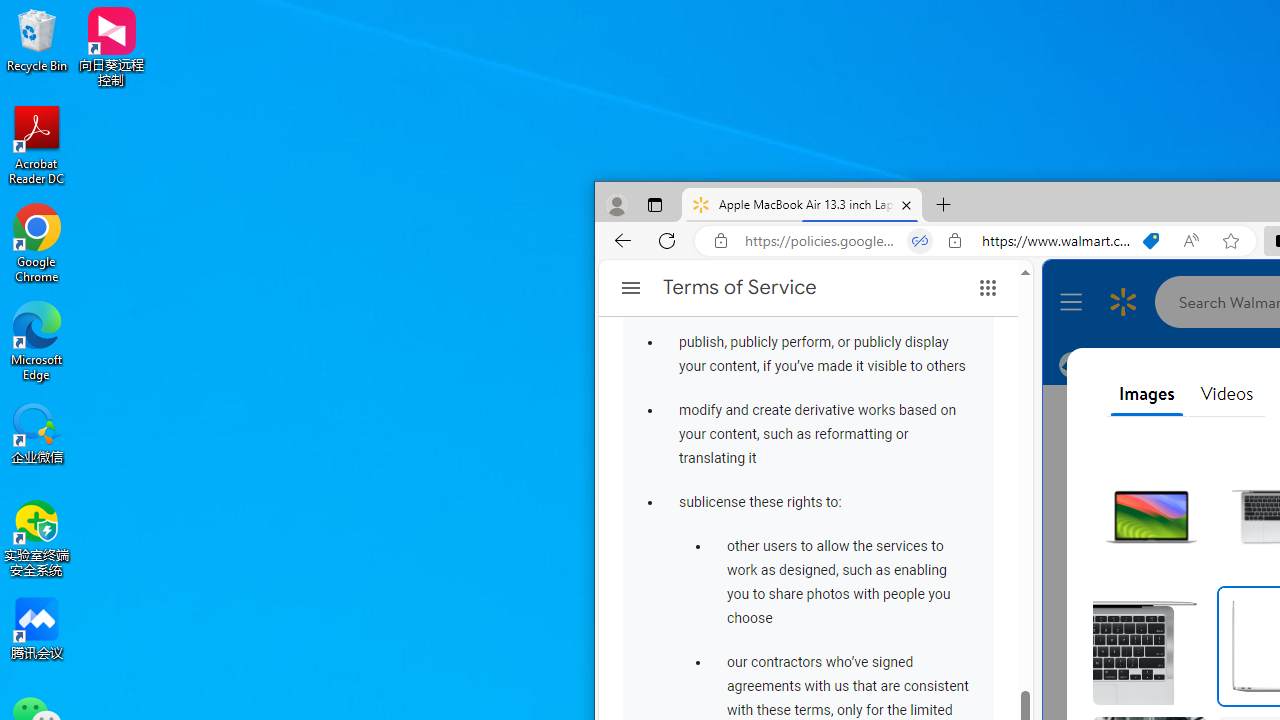 Image resolution: width=1280 pixels, height=720 pixels. What do you see at coordinates (919, 240) in the screenshot?
I see `'Tabs in split screen'` at bounding box center [919, 240].